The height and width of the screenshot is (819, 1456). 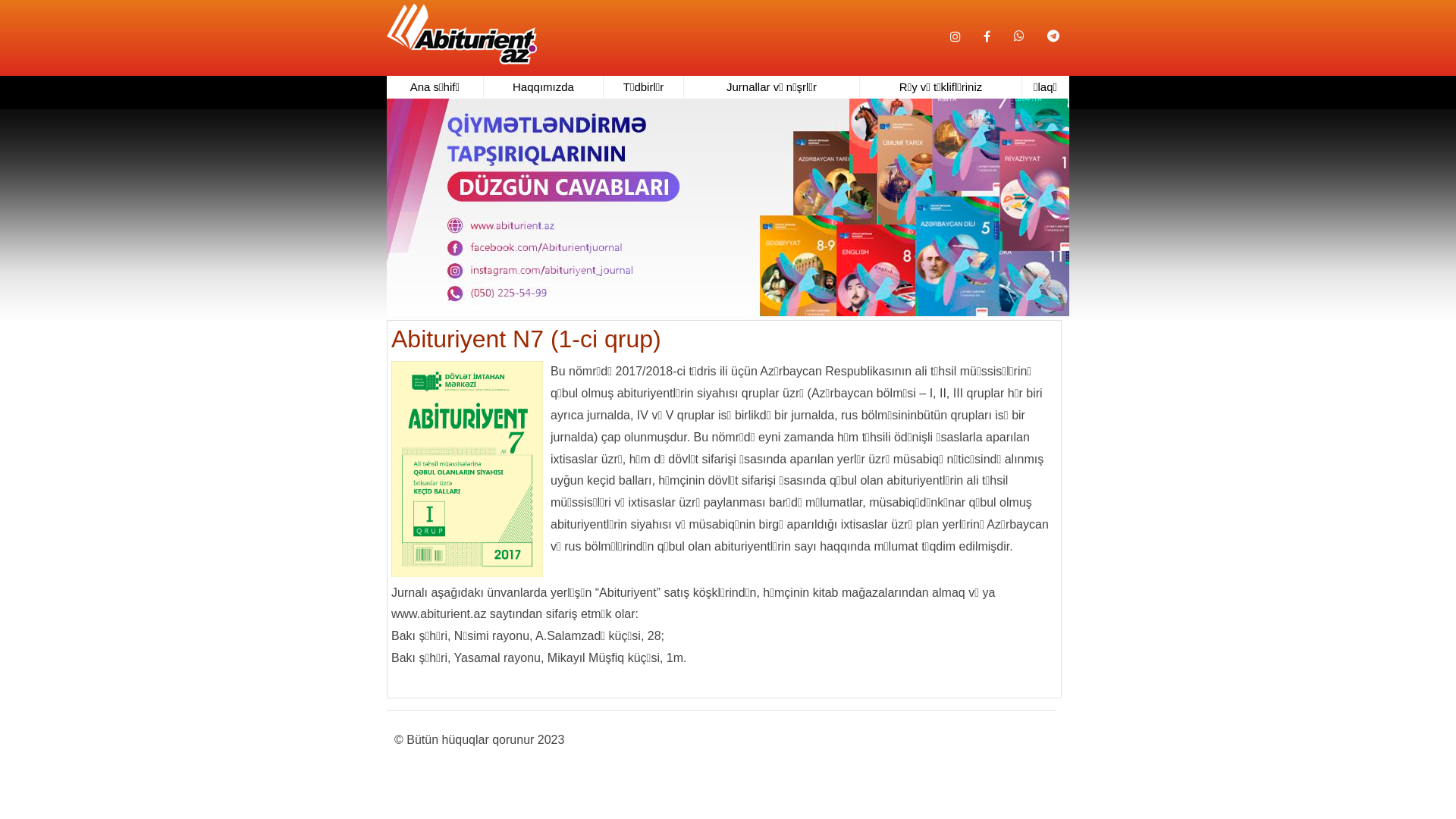 What do you see at coordinates (954, 36) in the screenshot?
I see `'Instagram'` at bounding box center [954, 36].